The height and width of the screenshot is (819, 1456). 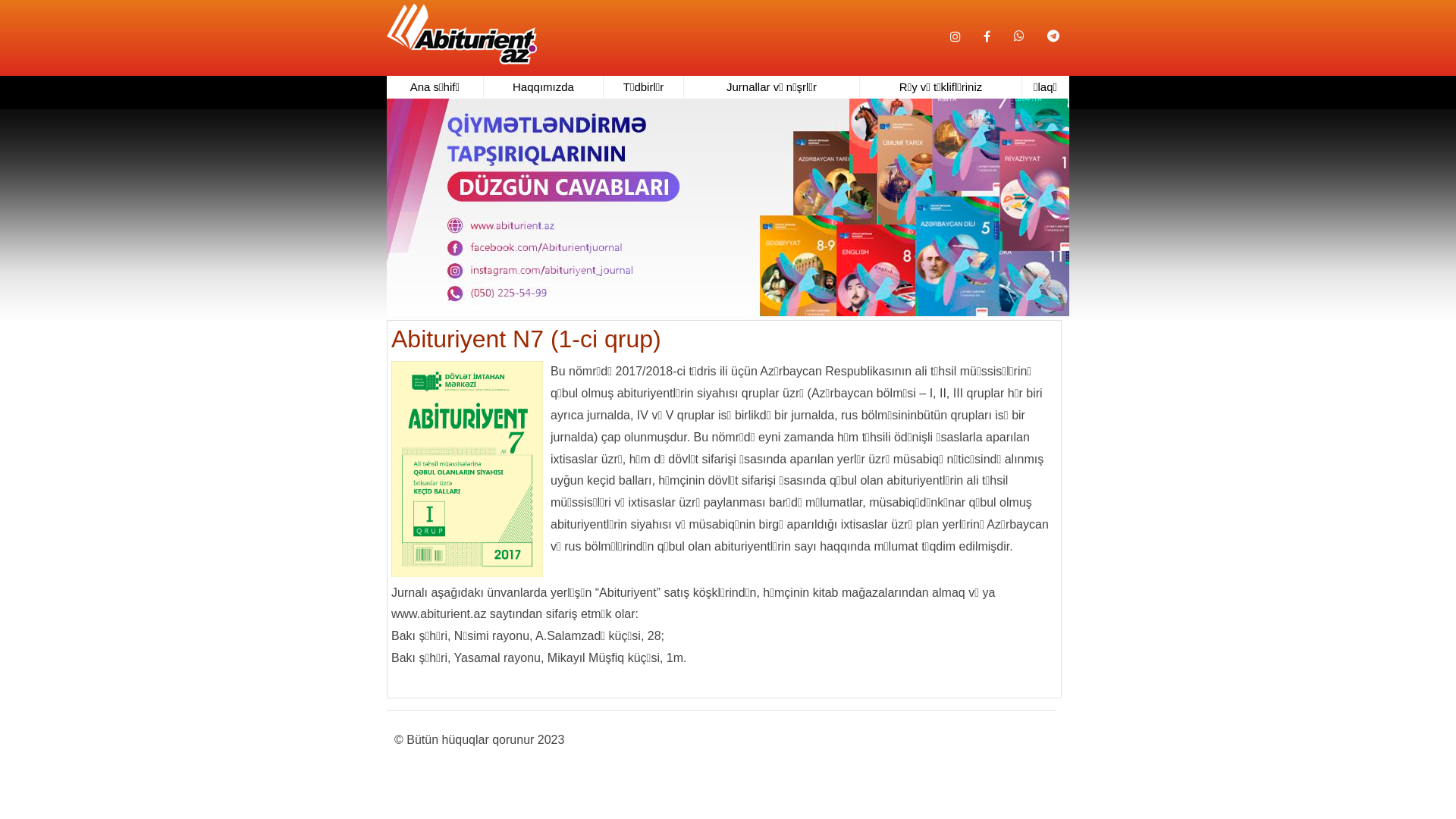 What do you see at coordinates (954, 36) in the screenshot?
I see `'Instagram'` at bounding box center [954, 36].